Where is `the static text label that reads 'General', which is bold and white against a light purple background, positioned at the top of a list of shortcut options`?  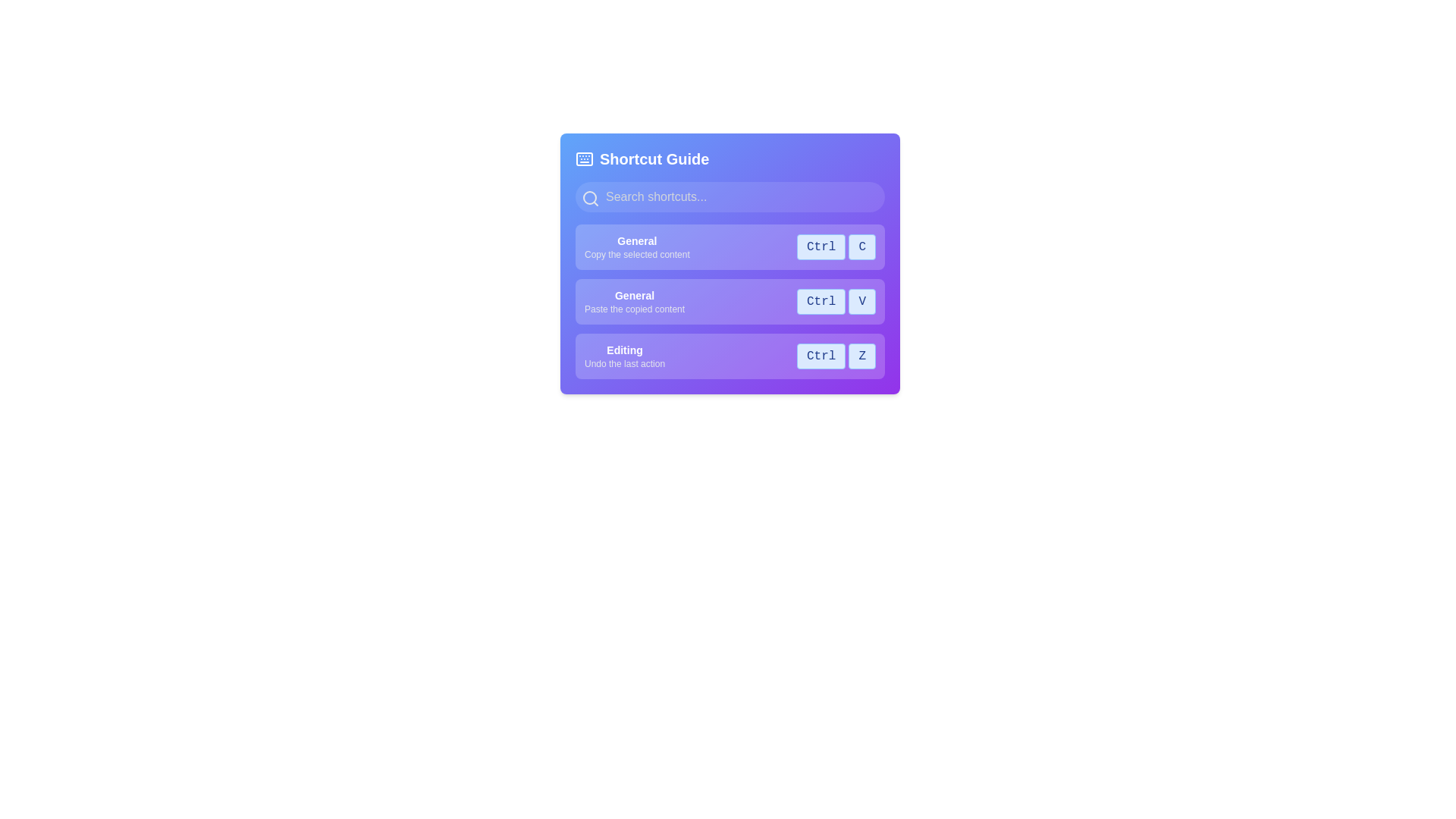
the static text label that reads 'General', which is bold and white against a light purple background, positioned at the top of a list of shortcut options is located at coordinates (637, 240).